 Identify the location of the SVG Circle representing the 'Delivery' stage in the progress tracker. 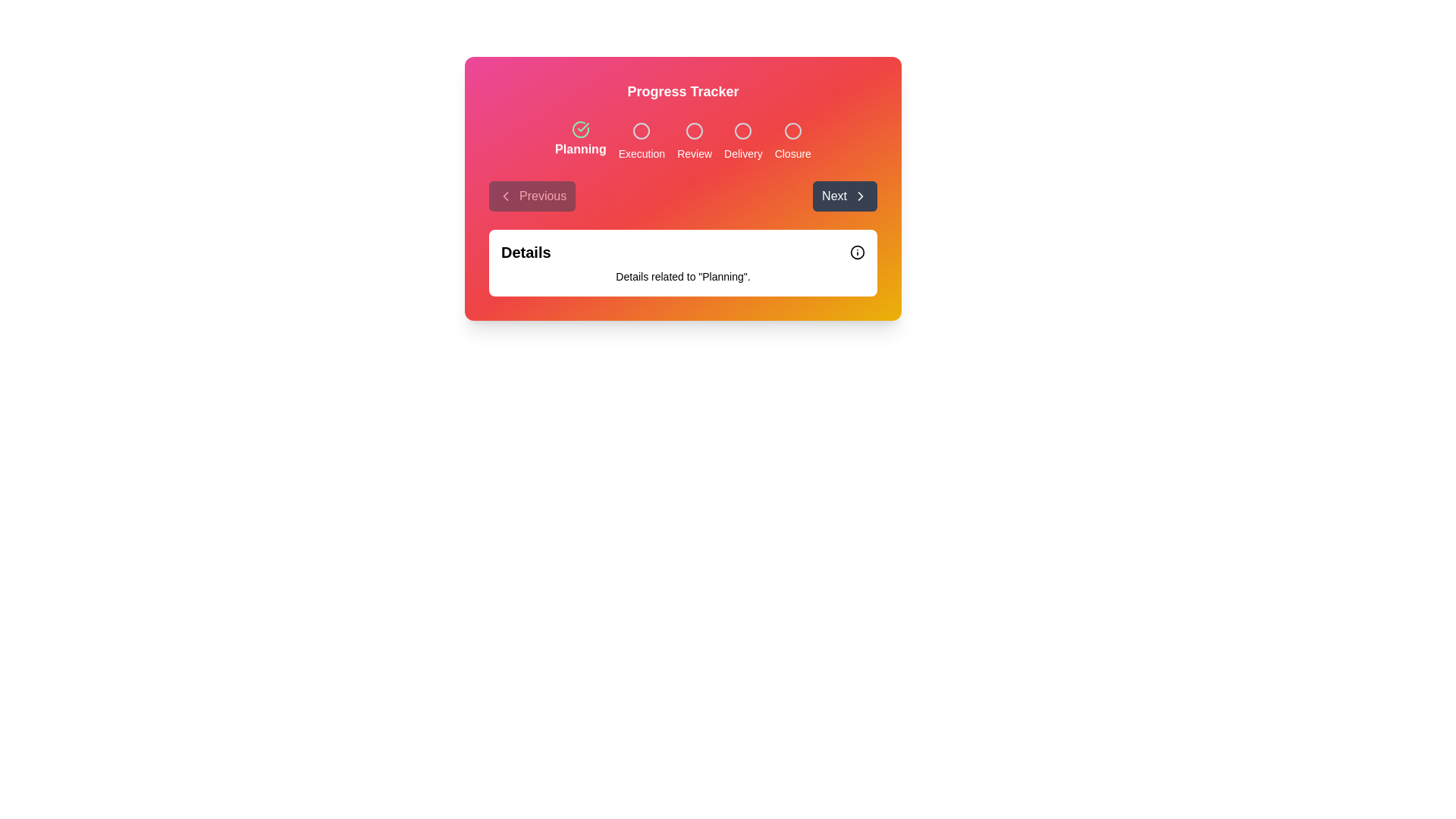
(743, 130).